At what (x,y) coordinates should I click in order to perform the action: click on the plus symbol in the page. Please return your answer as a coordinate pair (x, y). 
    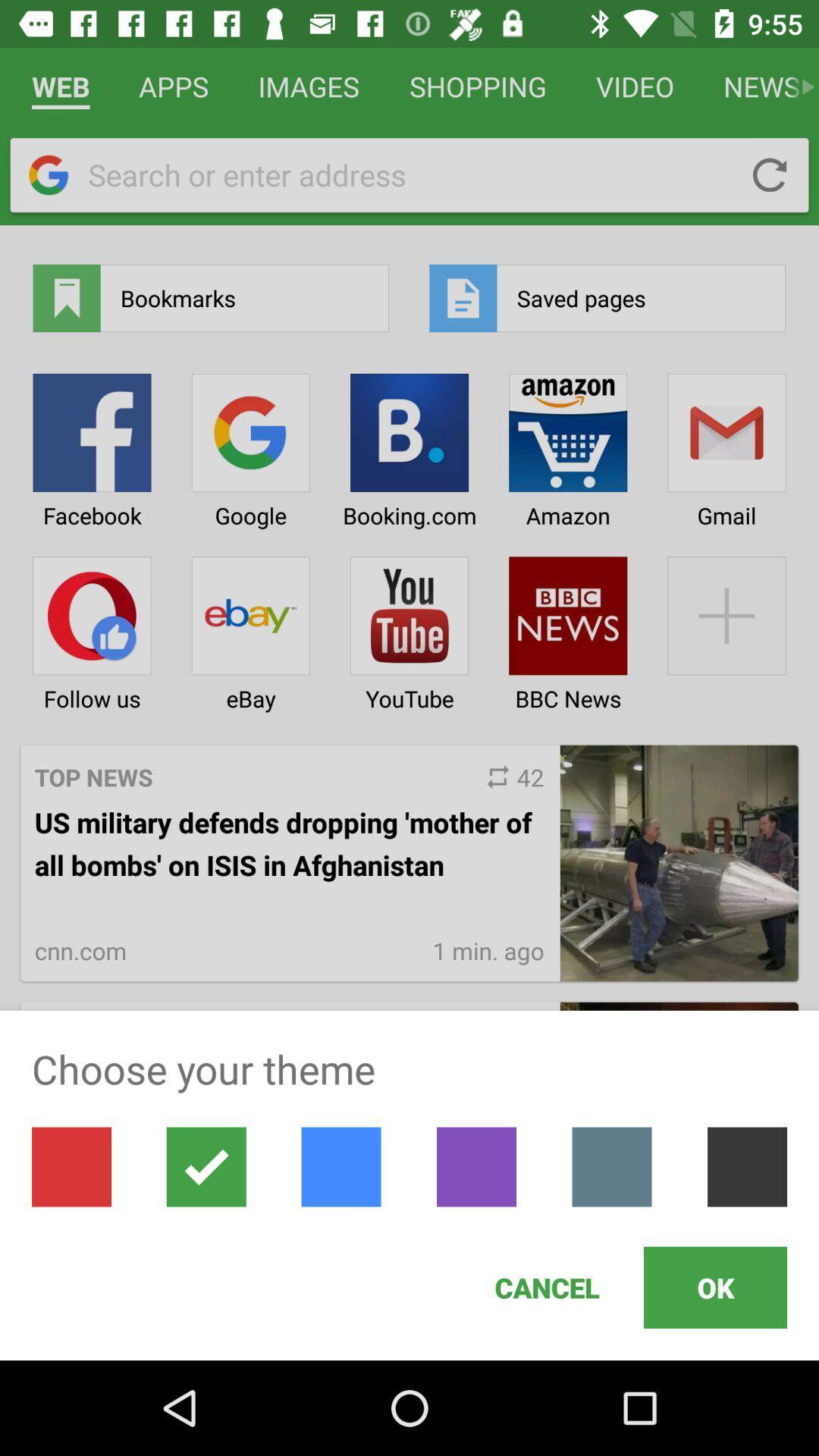
    Looking at the image, I should click on (726, 629).